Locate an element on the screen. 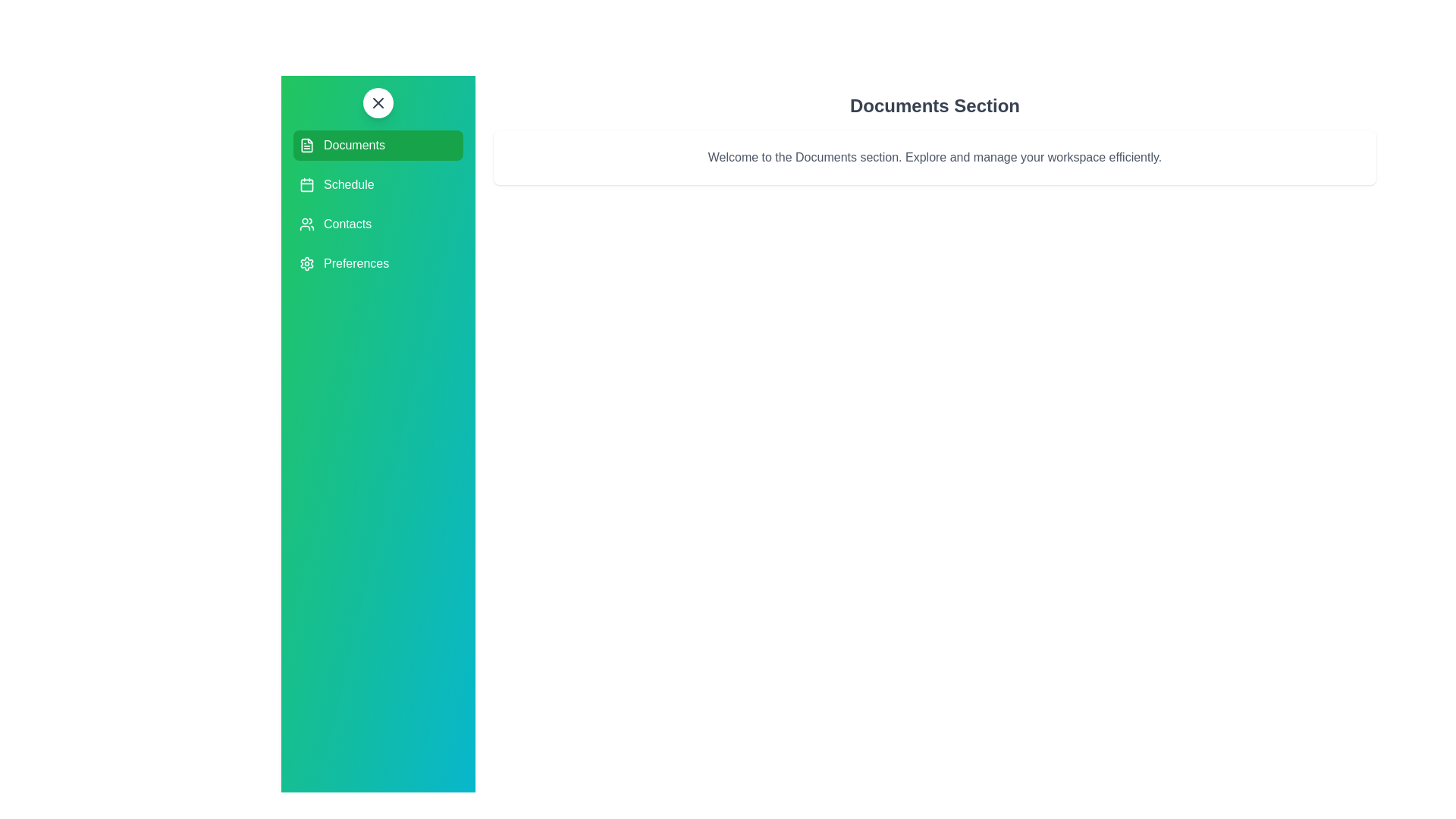  the toggle button to open or close the drawer is located at coordinates (378, 102).